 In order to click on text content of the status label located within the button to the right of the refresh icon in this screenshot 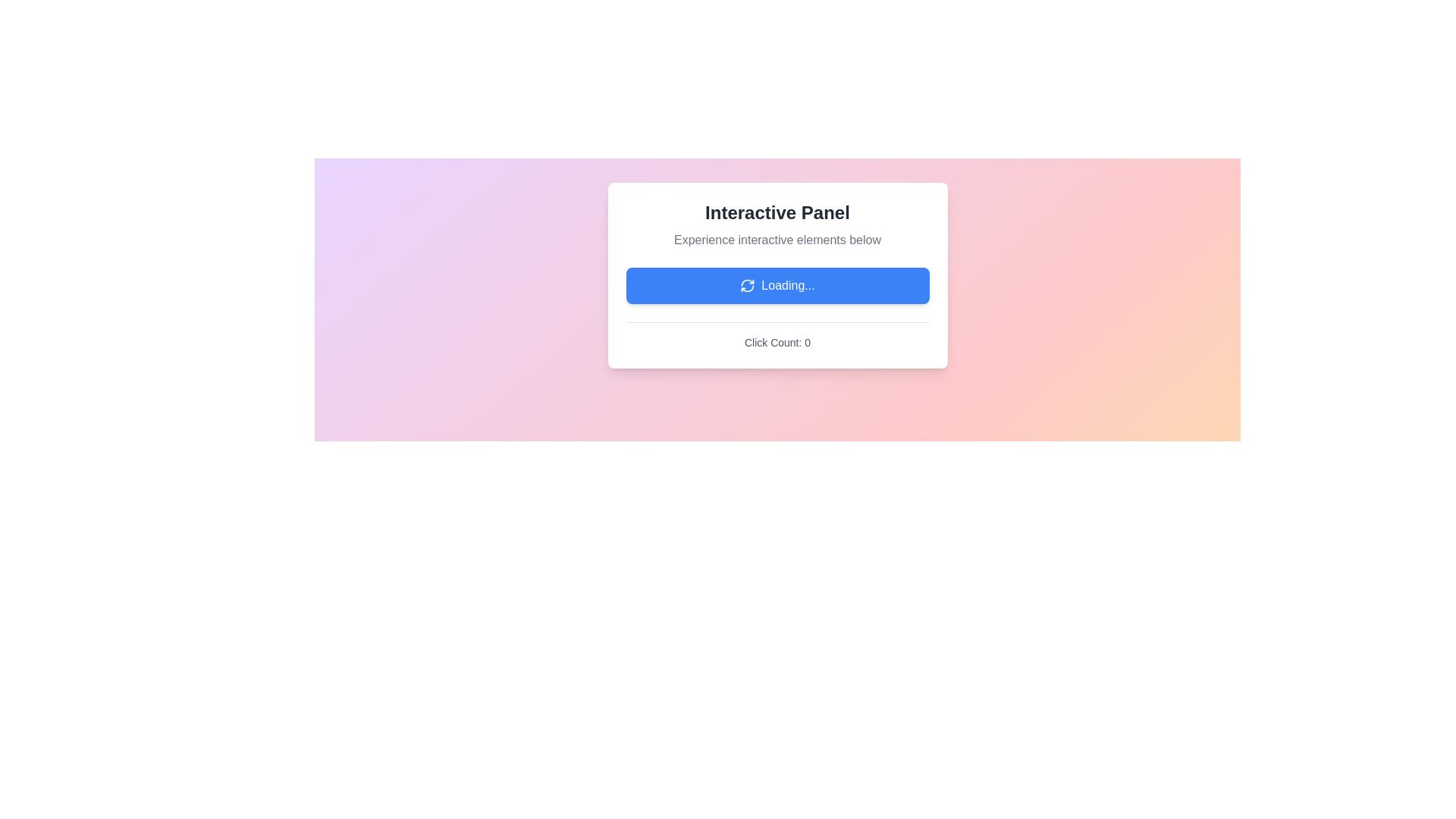, I will do `click(788, 286)`.